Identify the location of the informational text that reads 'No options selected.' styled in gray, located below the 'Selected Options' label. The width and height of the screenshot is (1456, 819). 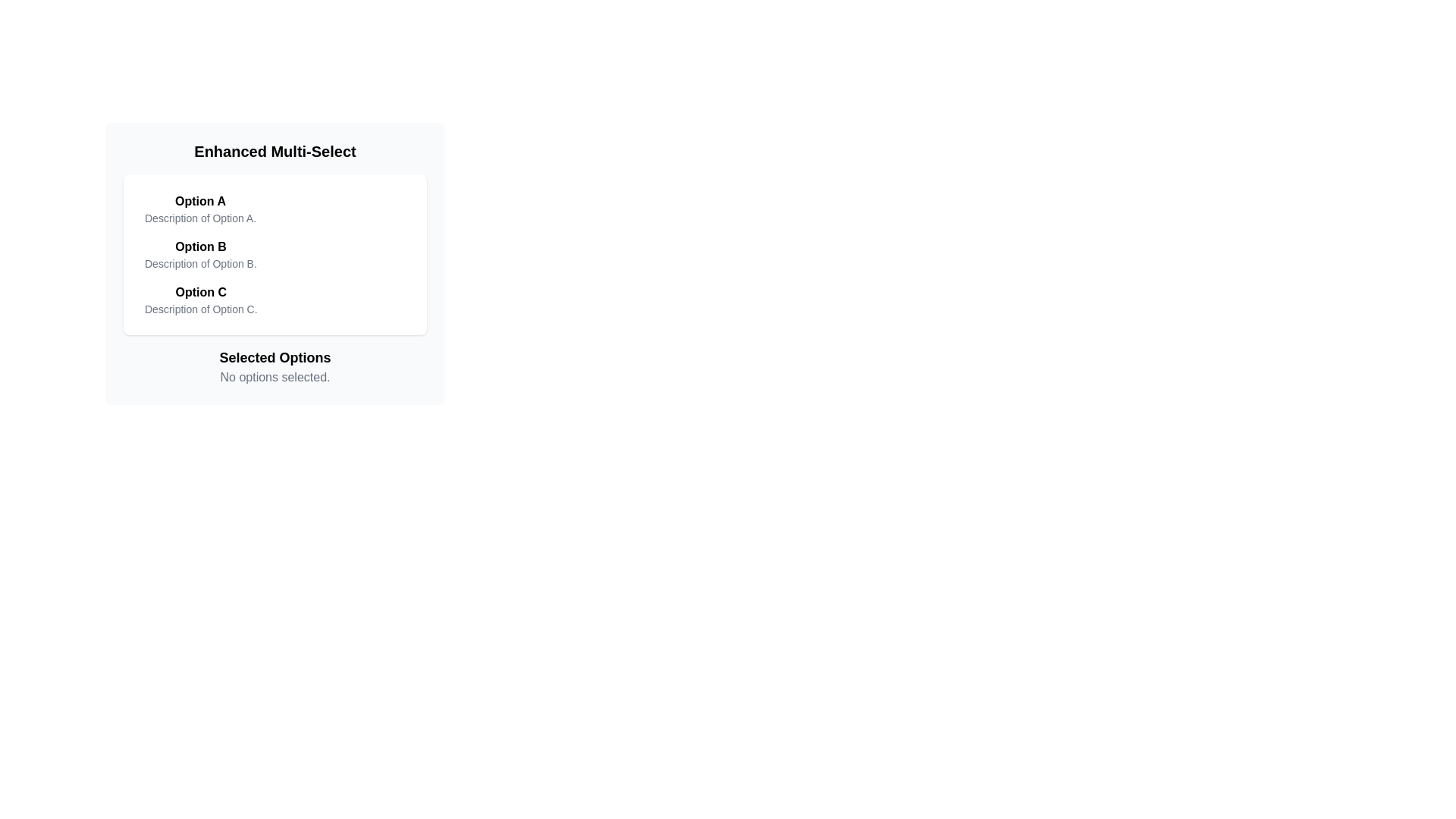
(275, 376).